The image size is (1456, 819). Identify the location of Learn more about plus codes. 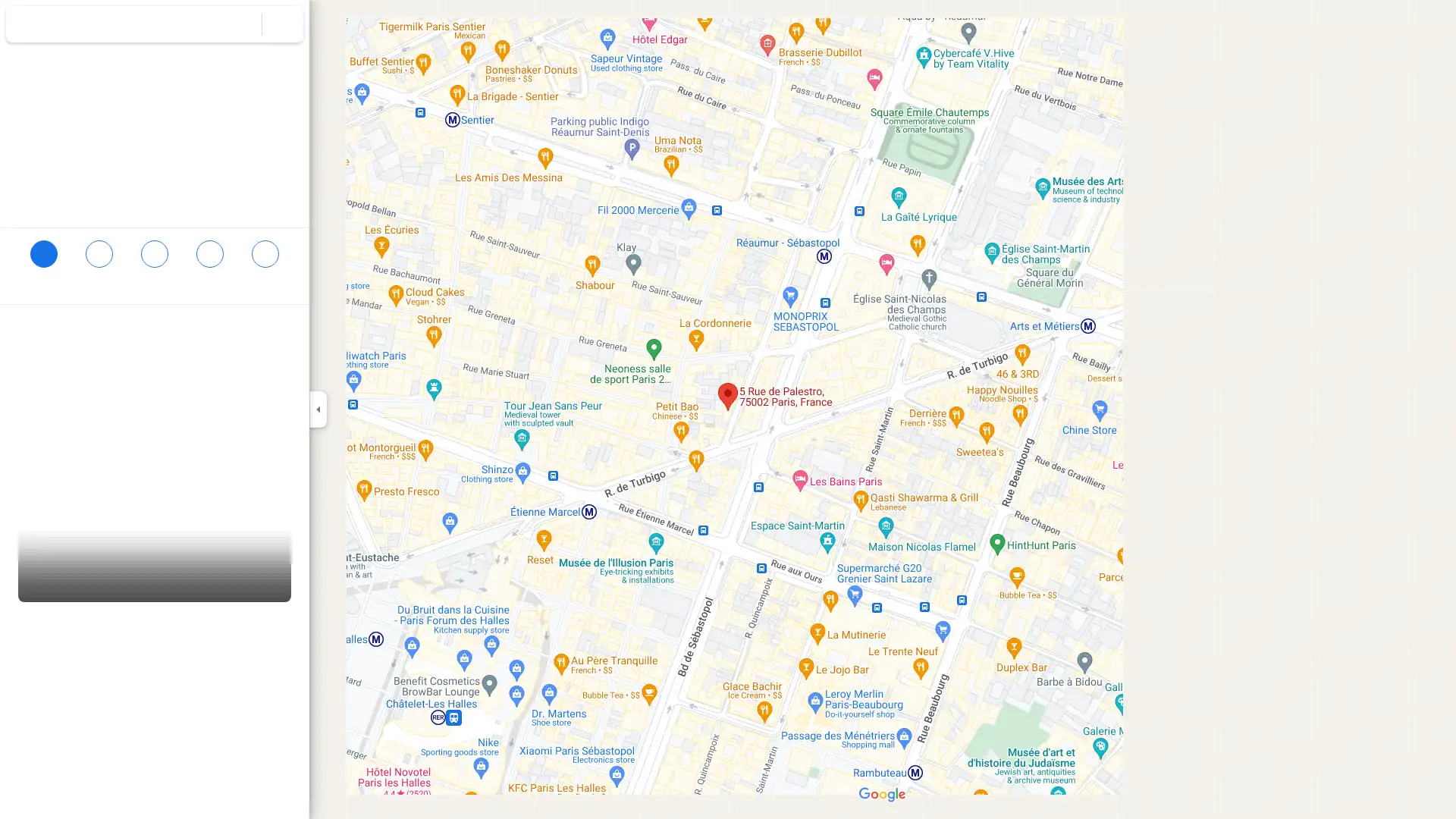
(290, 362).